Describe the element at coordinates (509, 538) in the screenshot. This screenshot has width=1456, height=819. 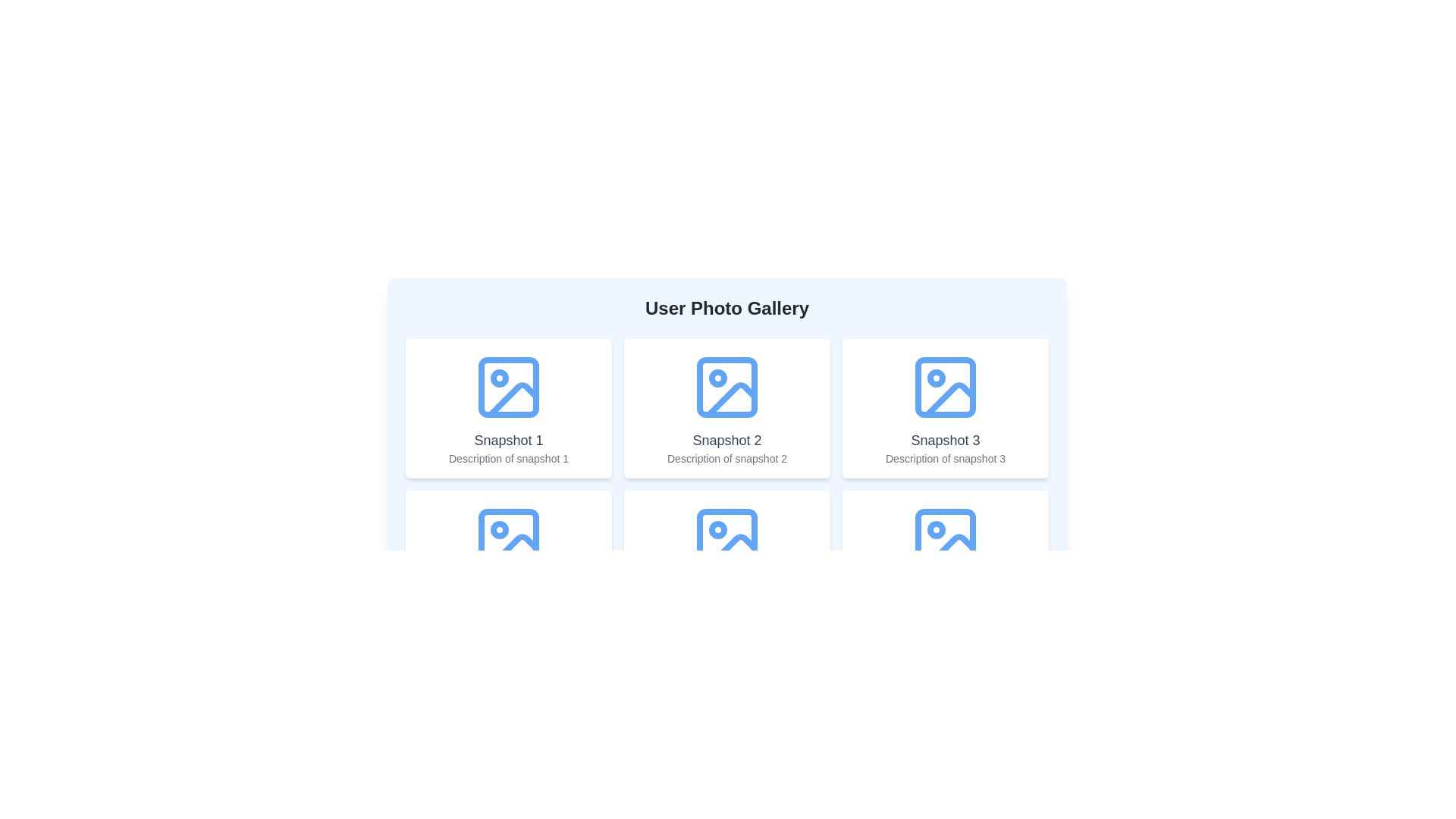
I see `the graphical representation of the SVG graphic element that visually represents 'Snapshot 4', located in the middle row of a grid layout, above its descriptive text` at that location.